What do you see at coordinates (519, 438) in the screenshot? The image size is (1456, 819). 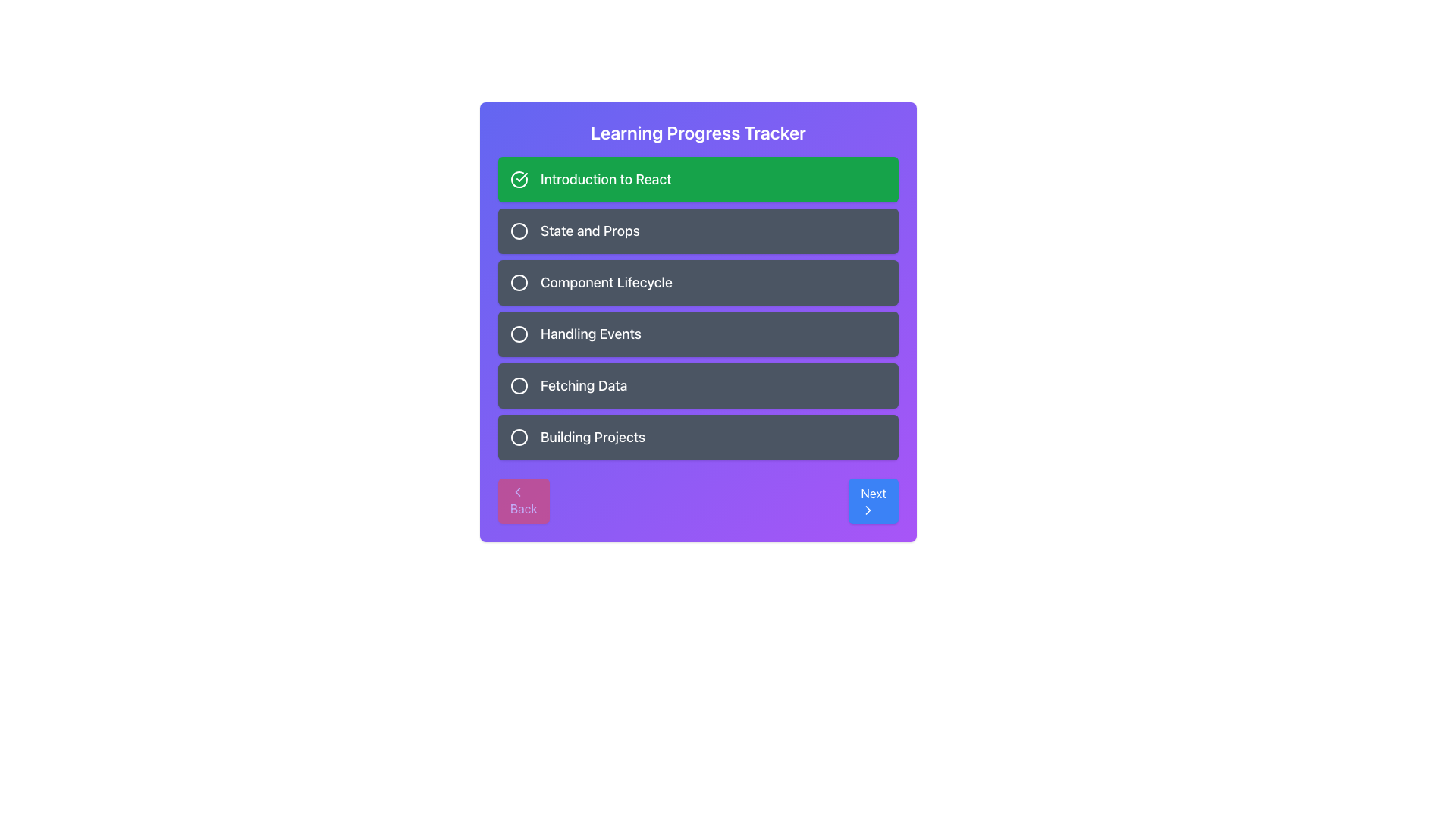 I see `the circular radio button in the 'Building Projects' segment of the Learning Progress Tracker interface` at bounding box center [519, 438].